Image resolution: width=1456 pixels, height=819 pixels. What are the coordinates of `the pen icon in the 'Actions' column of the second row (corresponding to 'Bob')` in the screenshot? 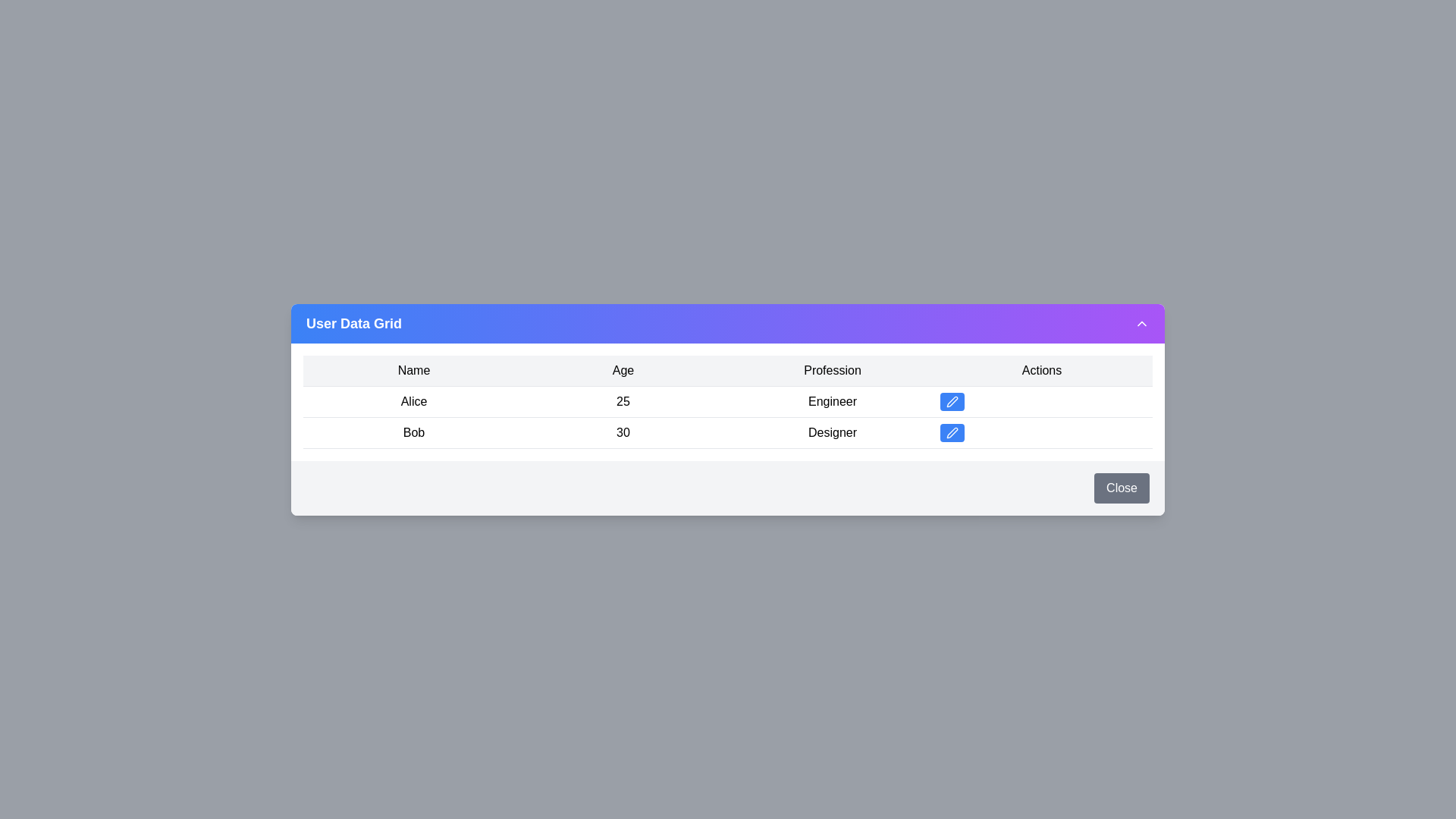 It's located at (952, 432).